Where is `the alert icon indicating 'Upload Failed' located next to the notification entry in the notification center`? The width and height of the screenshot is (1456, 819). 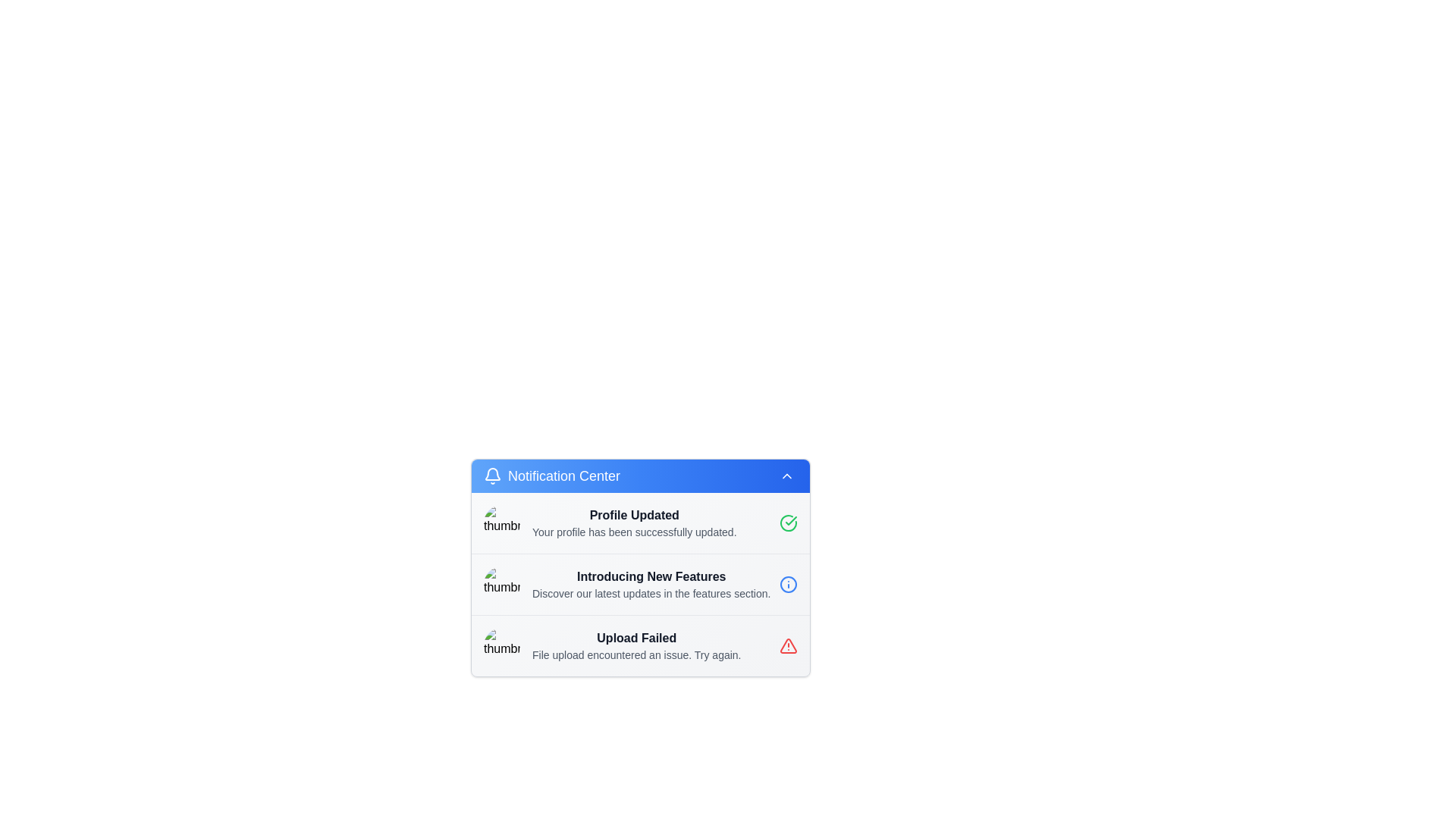 the alert icon indicating 'Upload Failed' located next to the notification entry in the notification center is located at coordinates (789, 646).